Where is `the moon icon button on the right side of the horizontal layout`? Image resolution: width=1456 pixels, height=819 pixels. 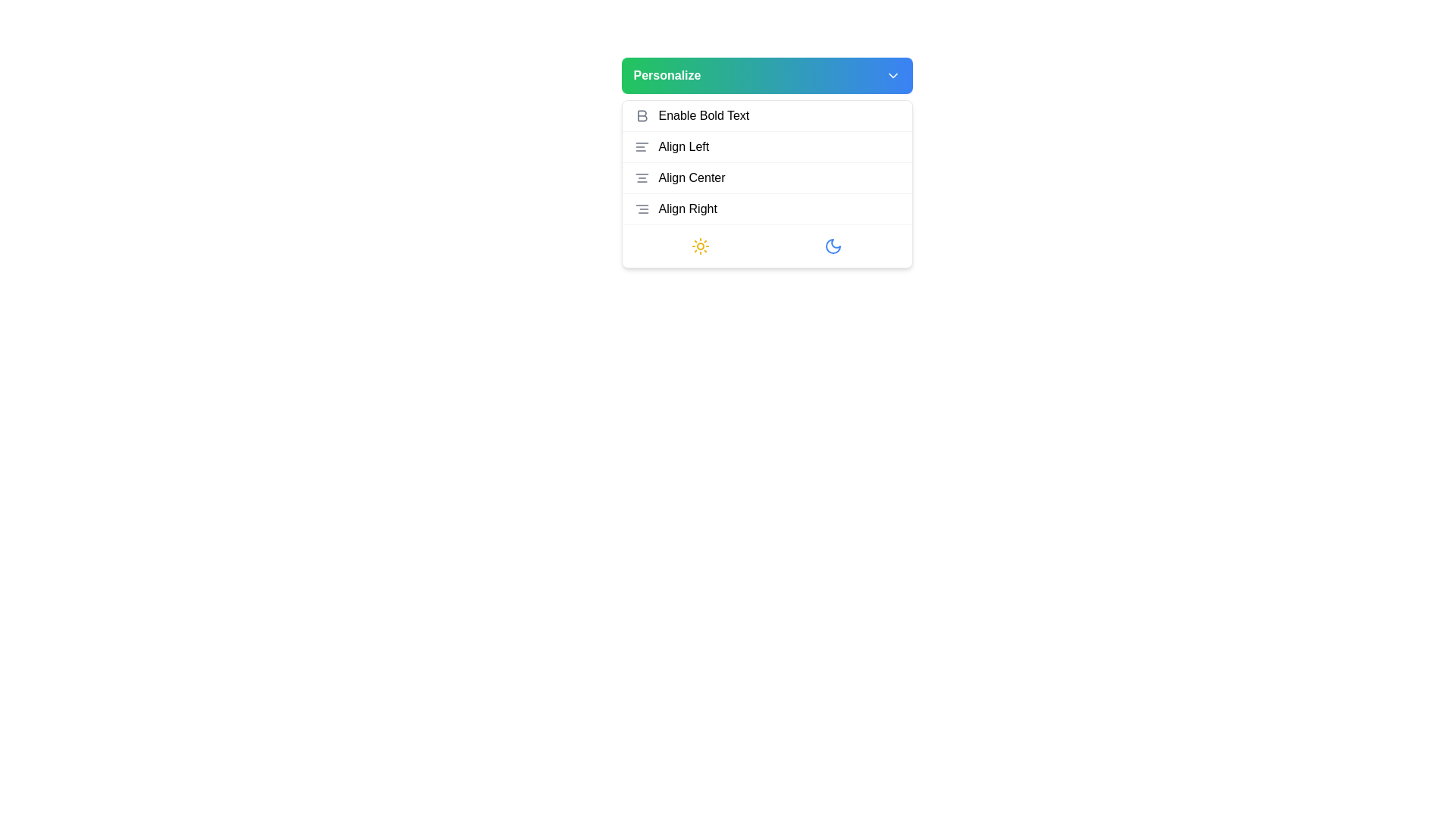
the moon icon button on the right side of the horizontal layout is located at coordinates (833, 245).